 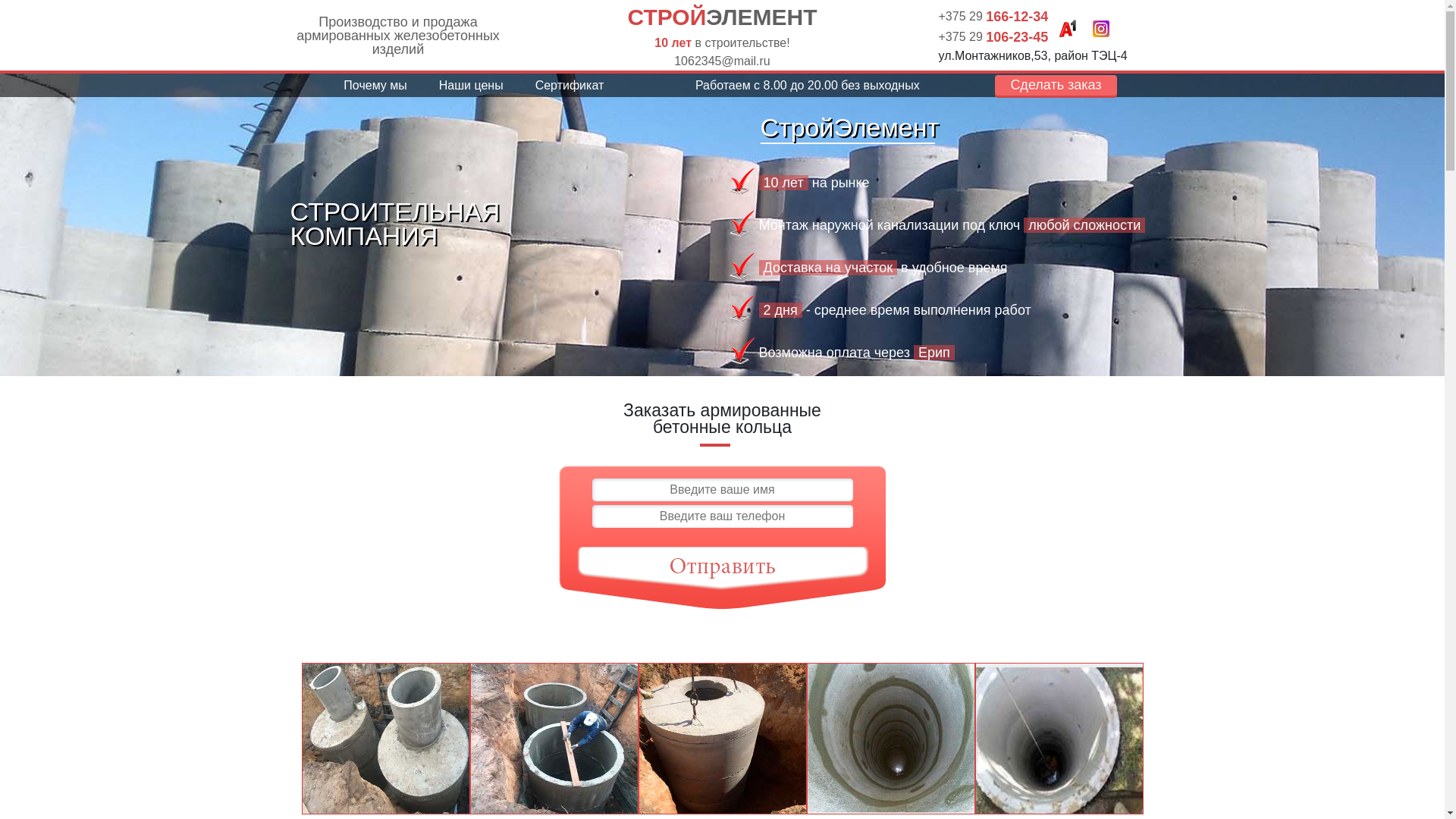 What do you see at coordinates (993, 16) in the screenshot?
I see `'+375 29 166-12-34'` at bounding box center [993, 16].